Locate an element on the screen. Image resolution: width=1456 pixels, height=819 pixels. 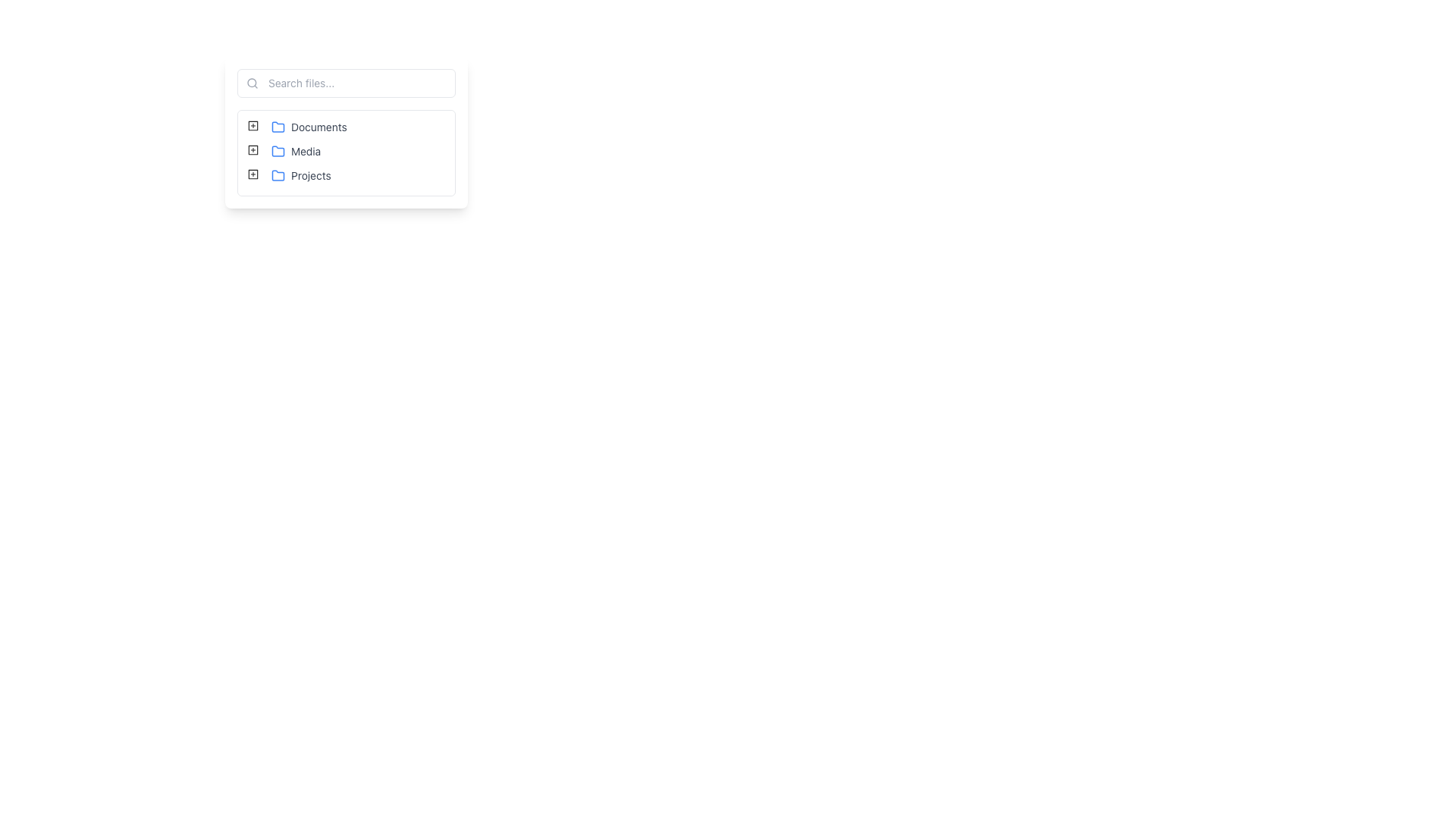
the 'Documents' folder item in the file management tree is located at coordinates (298, 127).